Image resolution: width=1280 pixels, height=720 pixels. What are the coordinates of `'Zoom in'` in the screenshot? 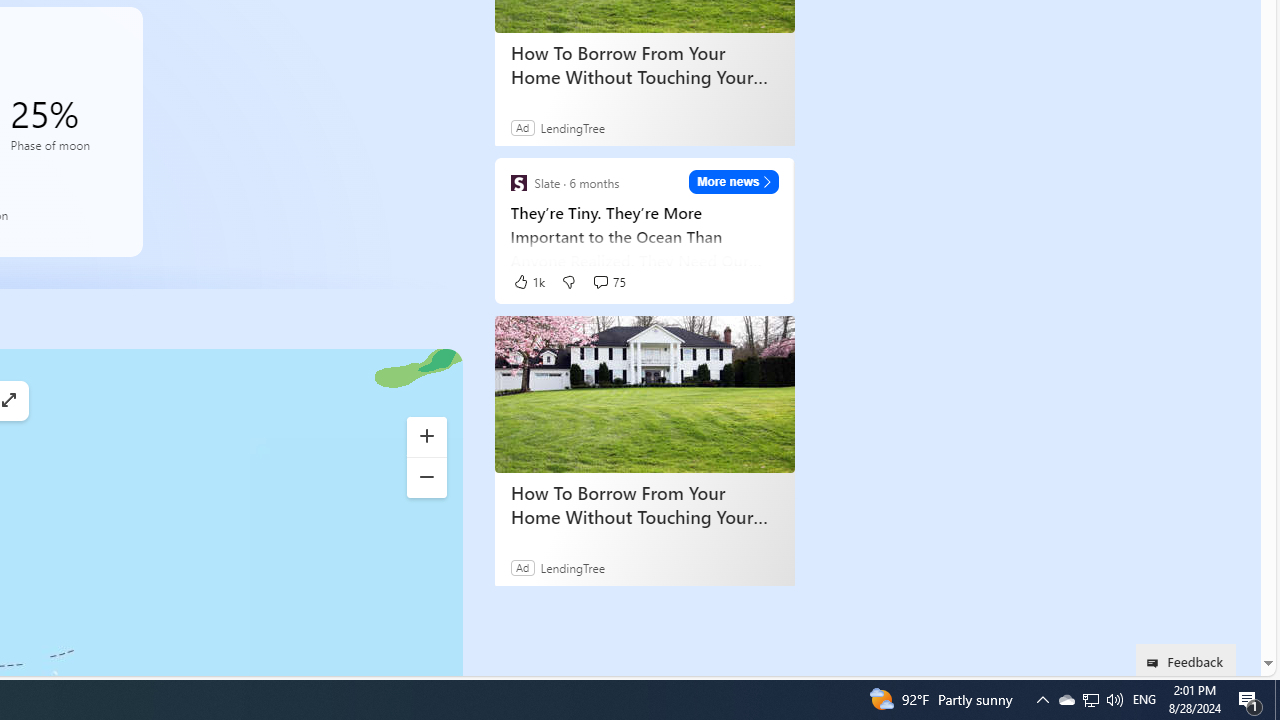 It's located at (425, 436).